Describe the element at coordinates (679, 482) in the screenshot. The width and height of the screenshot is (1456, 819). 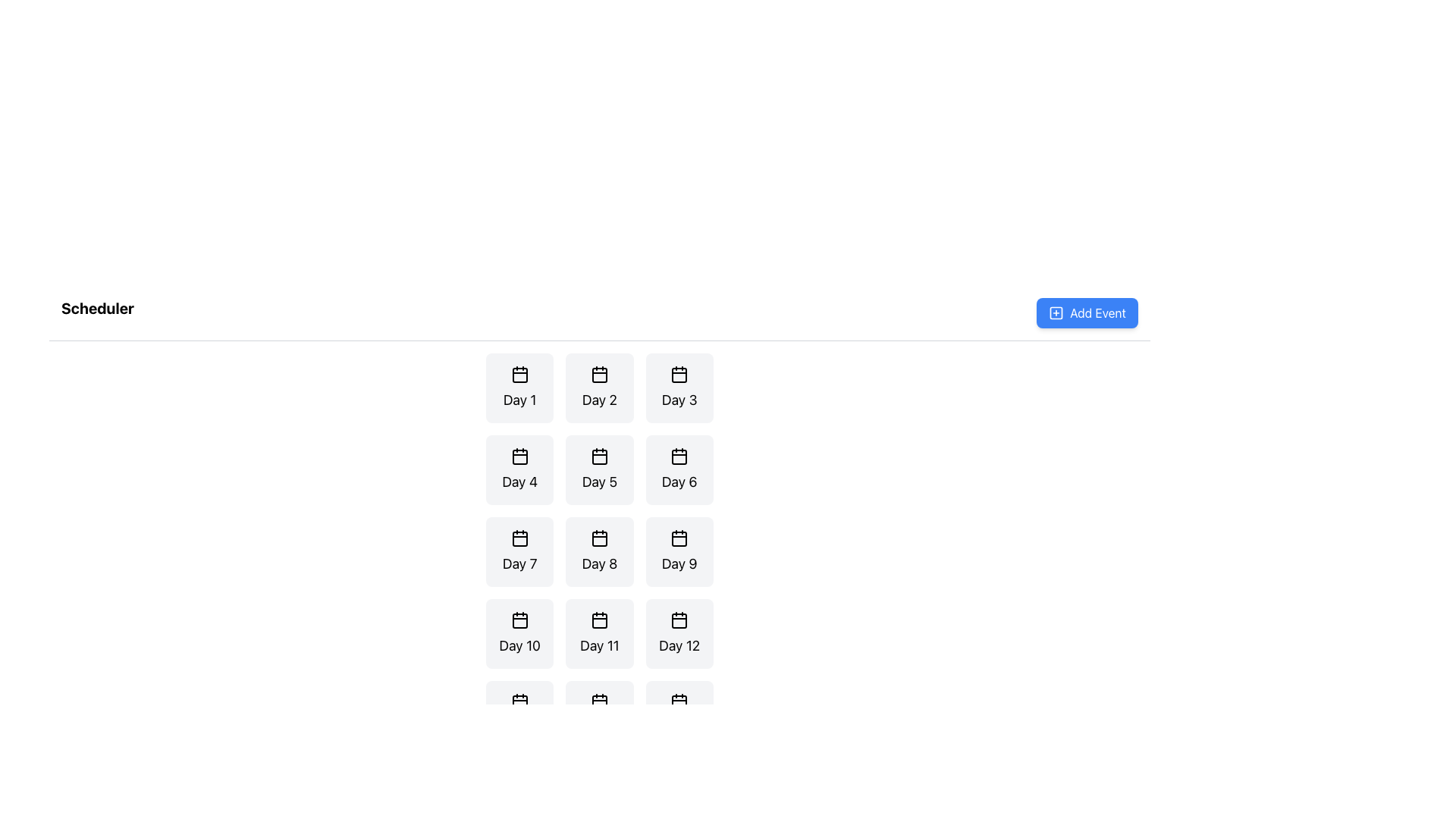
I see `the static text label that identifies 'Day 6' in the Scheduler grid, located below a calendar icon in the second row, third column` at that location.